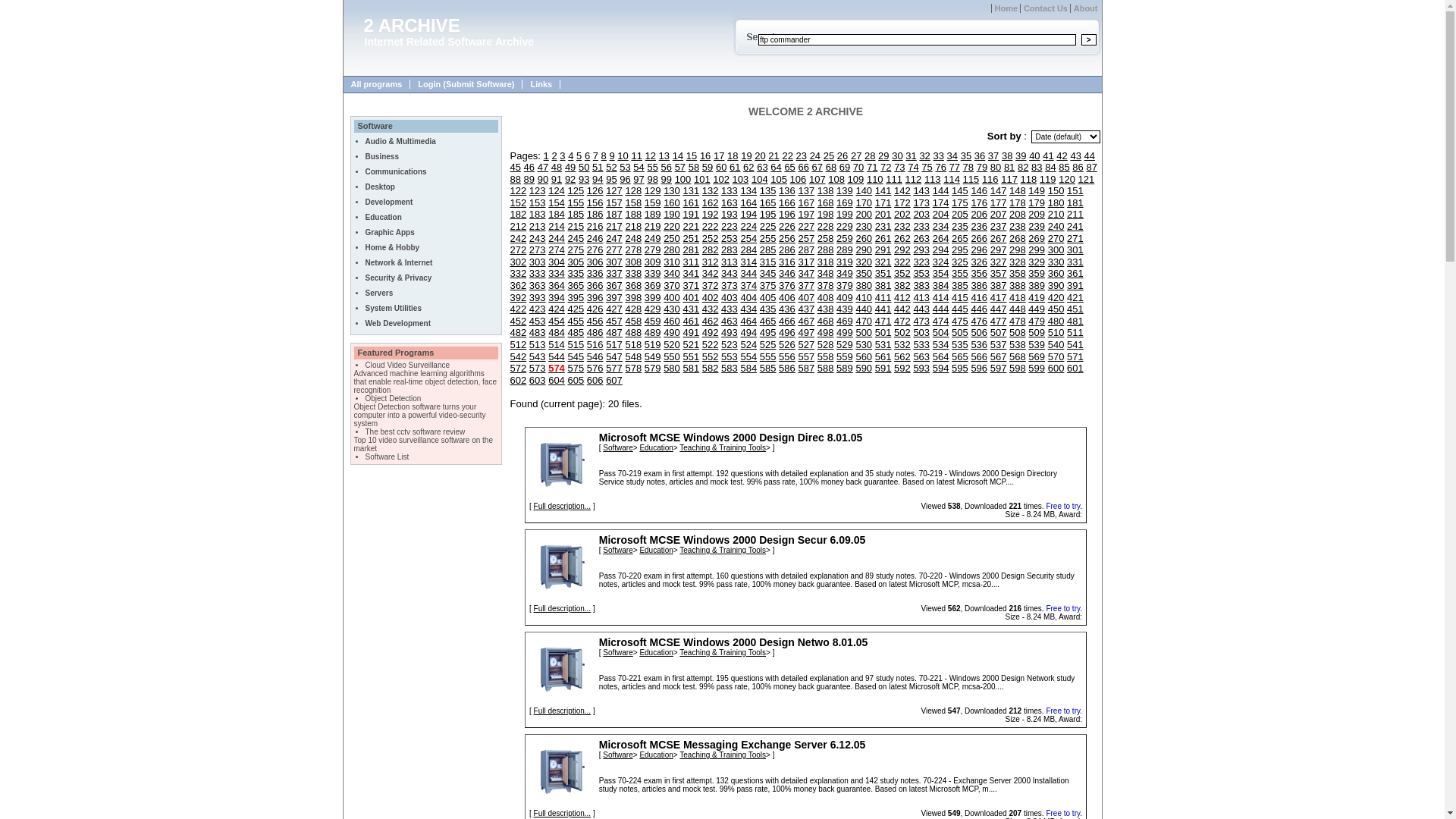  I want to click on '86', so click(1076, 167).